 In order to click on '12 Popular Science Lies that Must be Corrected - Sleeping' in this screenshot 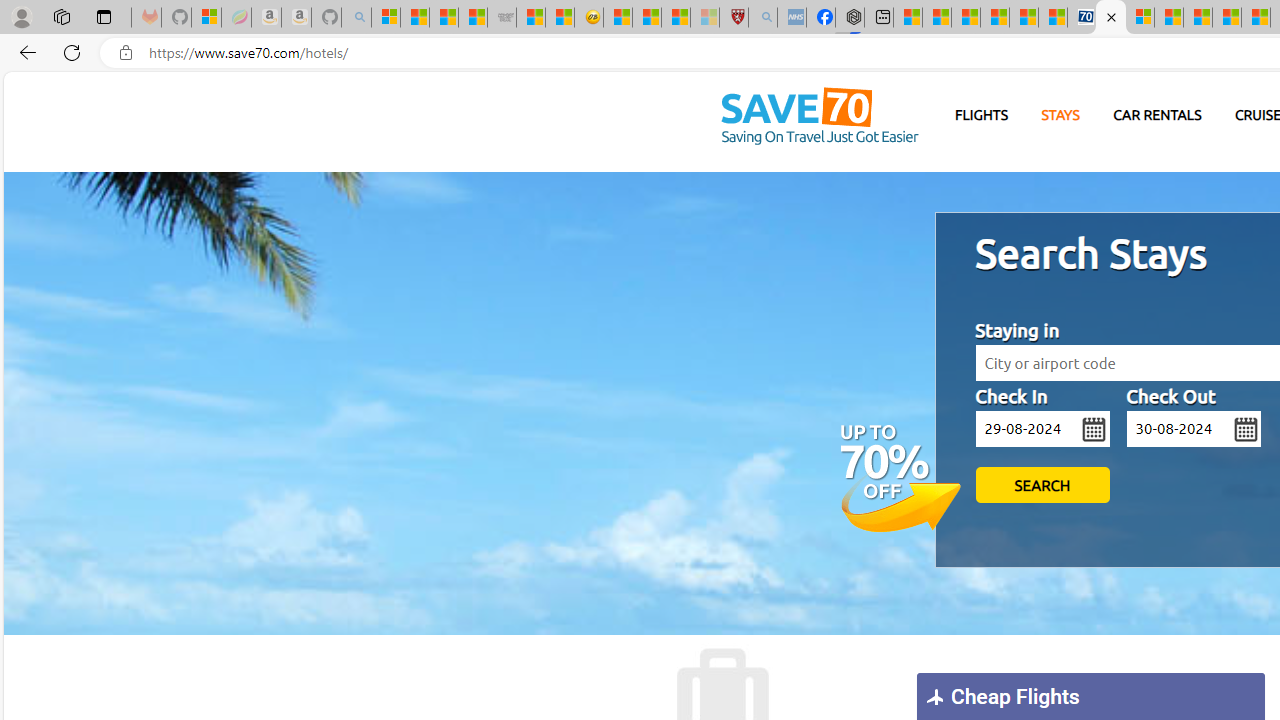, I will do `click(705, 17)`.